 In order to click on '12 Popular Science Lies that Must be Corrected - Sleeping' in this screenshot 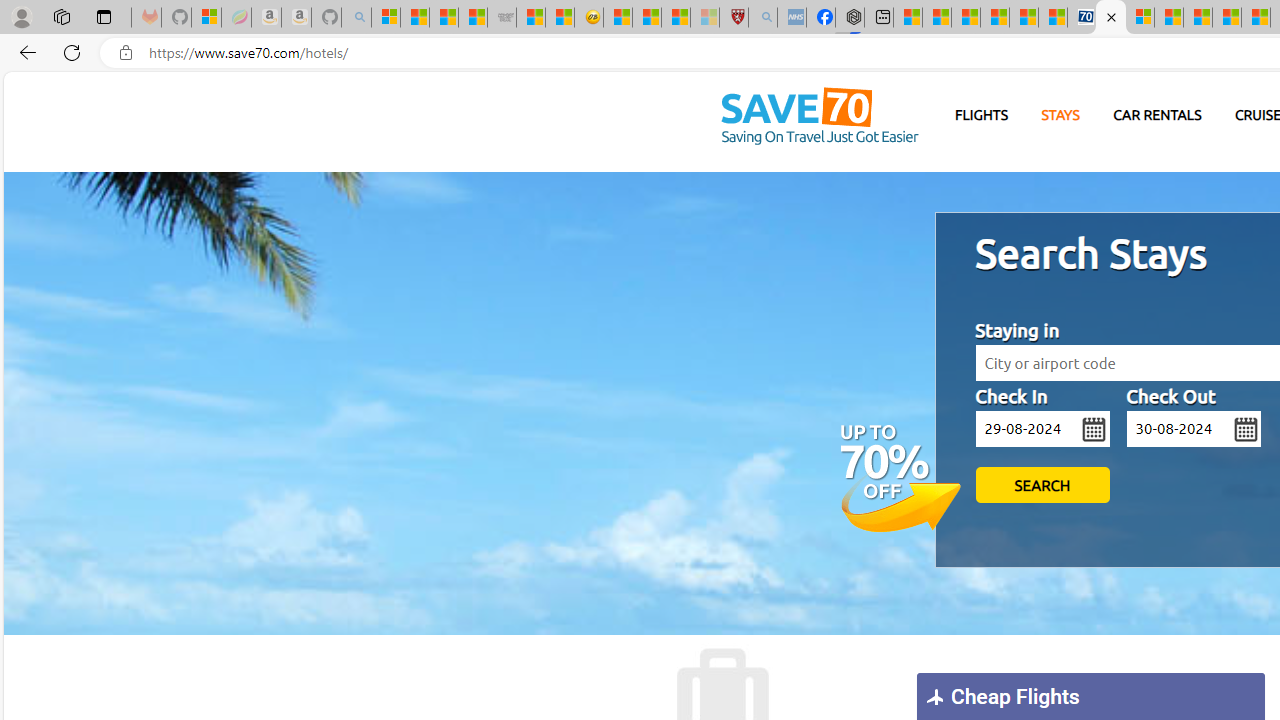, I will do `click(705, 17)`.